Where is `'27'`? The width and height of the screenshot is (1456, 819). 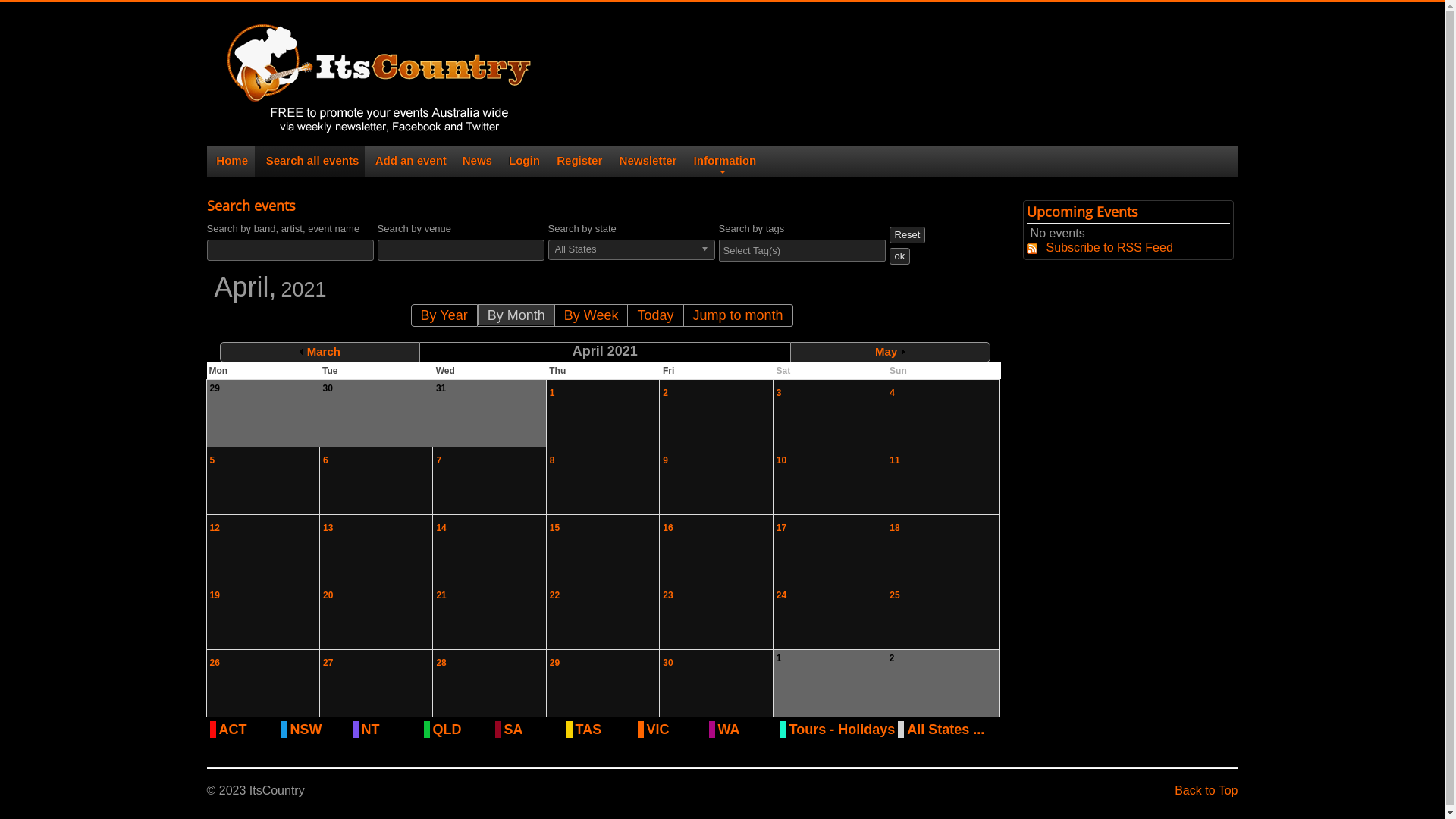
'27' is located at coordinates (327, 662).